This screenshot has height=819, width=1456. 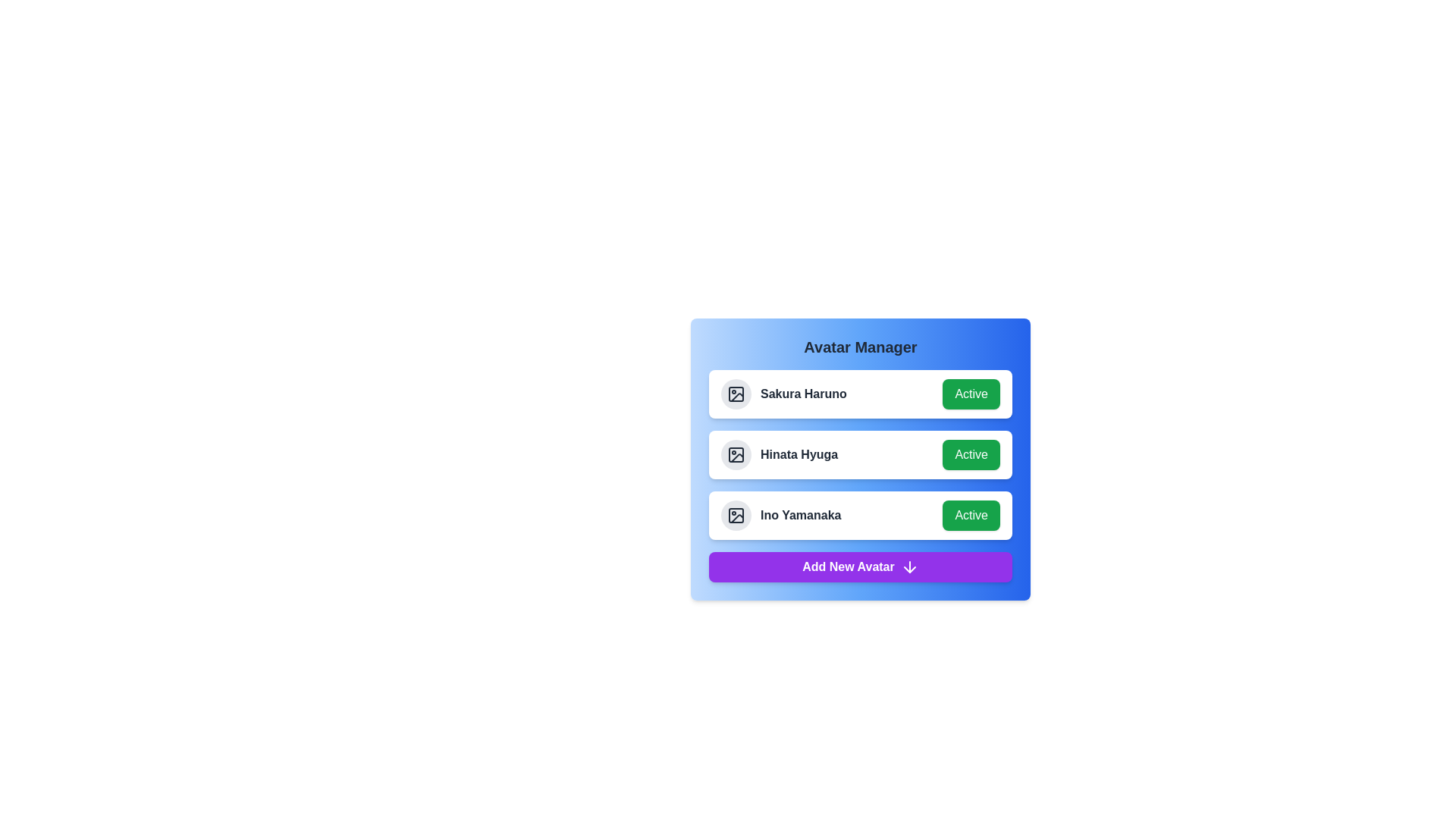 What do you see at coordinates (736, 514) in the screenshot?
I see `the 24x24 pixel image placeholder icon in the Avatar Manager component, located in the leftmost segment of the third row, aligned with the user's name and the green 'Active' indicator` at bounding box center [736, 514].